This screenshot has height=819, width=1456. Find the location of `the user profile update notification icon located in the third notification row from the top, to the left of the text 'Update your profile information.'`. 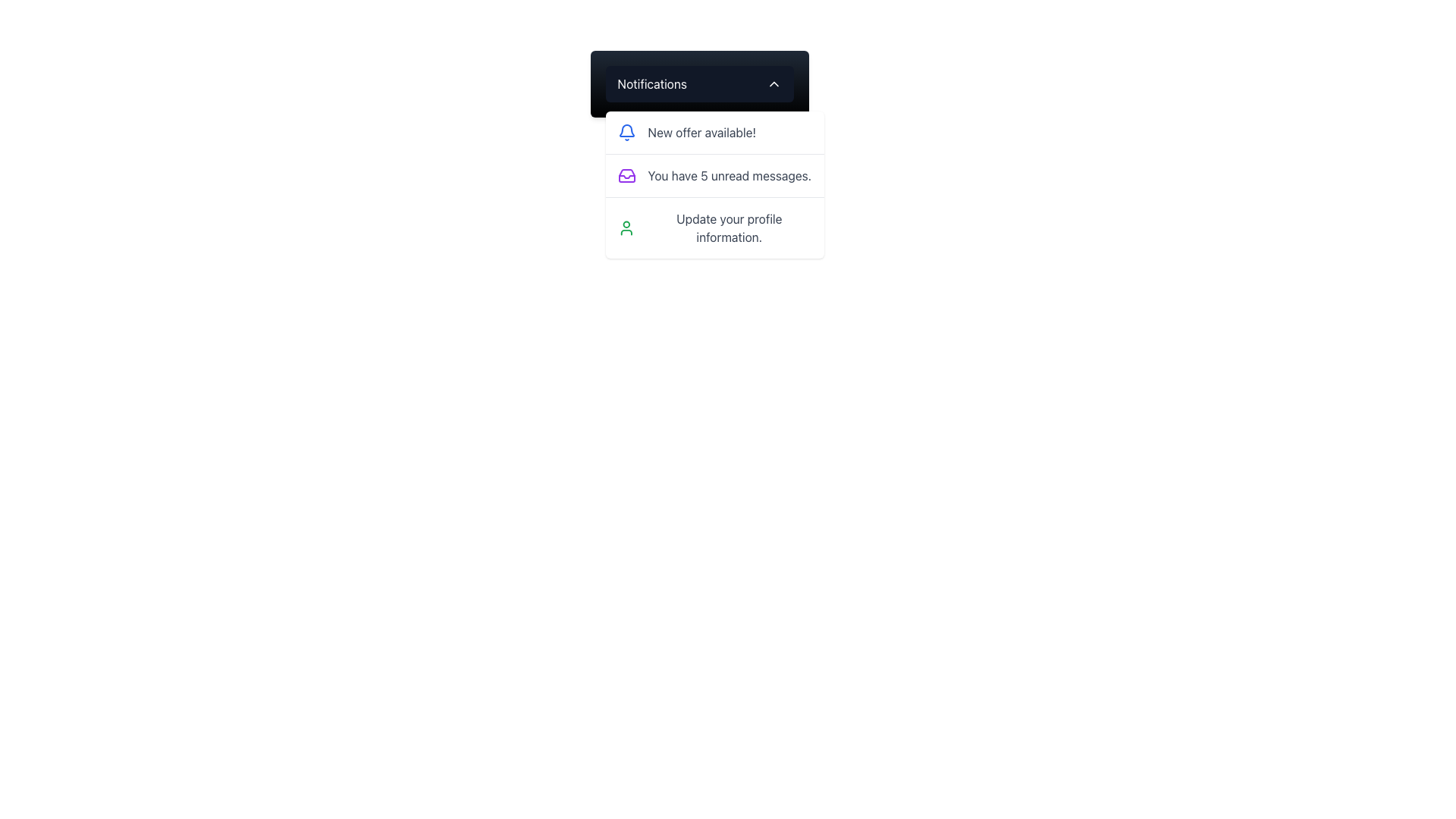

the user profile update notification icon located in the third notification row from the top, to the left of the text 'Update your profile information.' is located at coordinates (626, 227).